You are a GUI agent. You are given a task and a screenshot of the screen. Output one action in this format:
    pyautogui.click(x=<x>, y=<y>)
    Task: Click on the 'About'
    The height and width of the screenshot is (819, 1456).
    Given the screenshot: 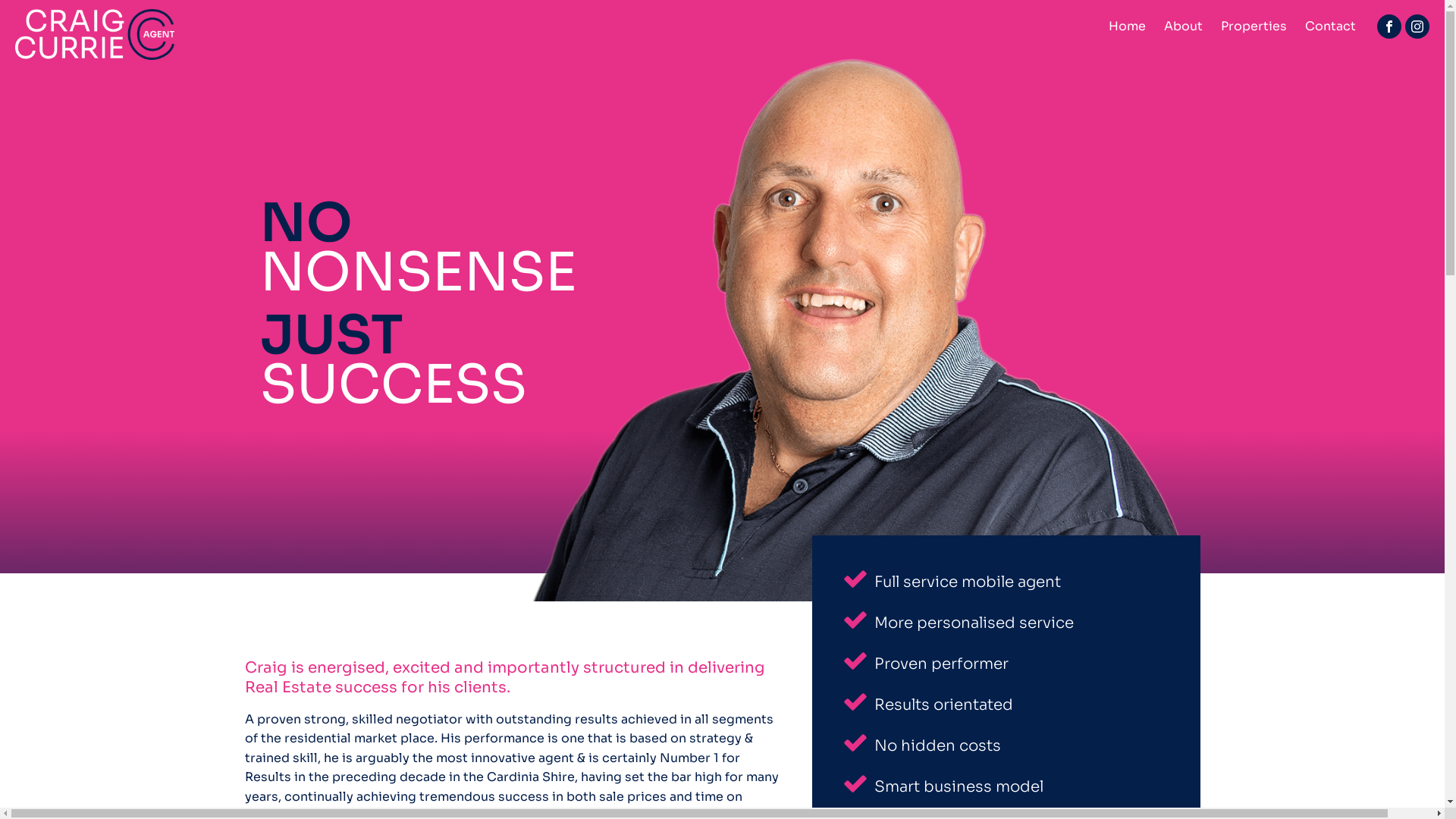 What is the action you would take?
    pyautogui.click(x=1182, y=26)
    